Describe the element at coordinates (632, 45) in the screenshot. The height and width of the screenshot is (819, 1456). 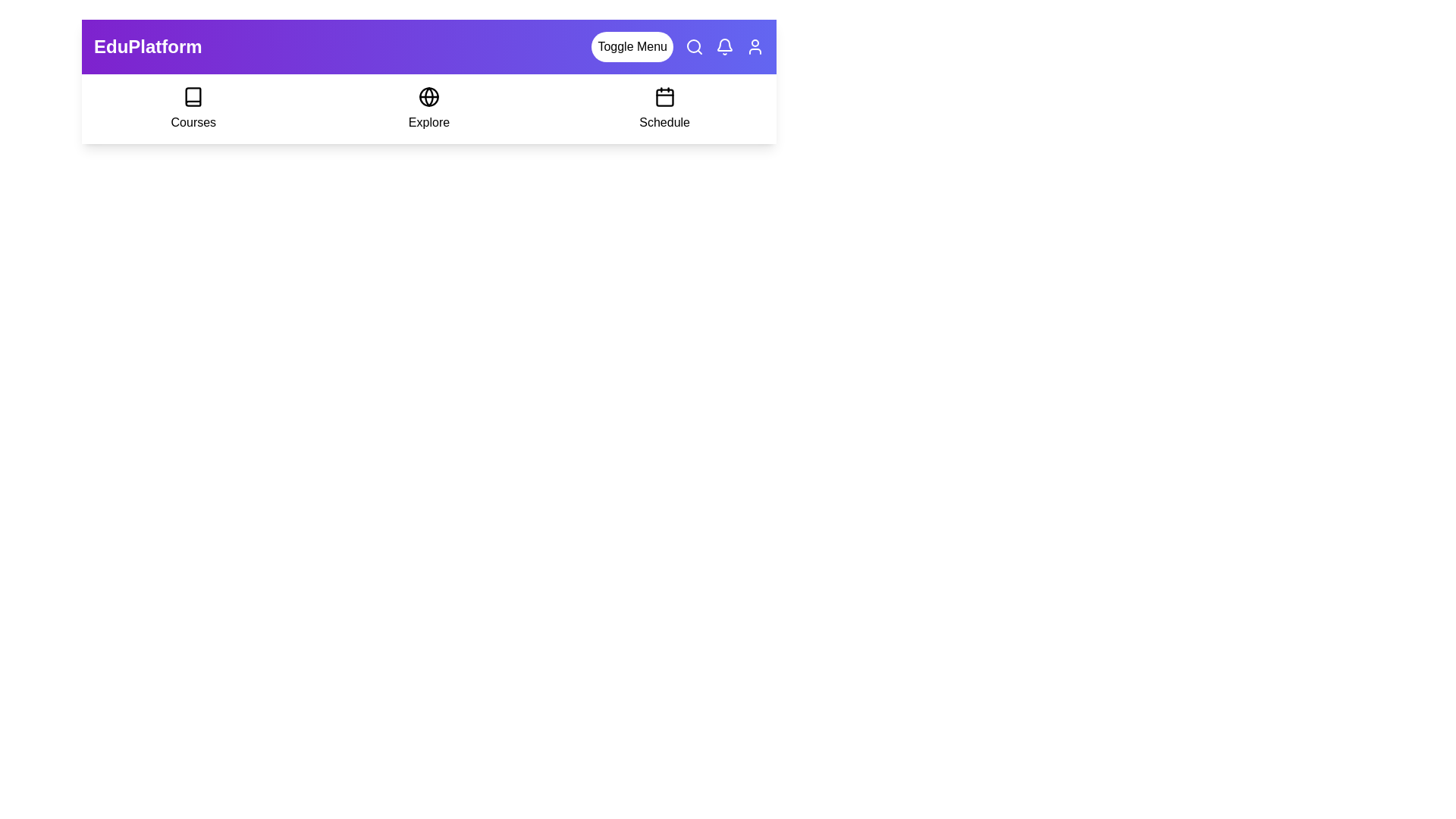
I see `the 'Toggle Menu' button to toggle the visibility of the menu` at that location.